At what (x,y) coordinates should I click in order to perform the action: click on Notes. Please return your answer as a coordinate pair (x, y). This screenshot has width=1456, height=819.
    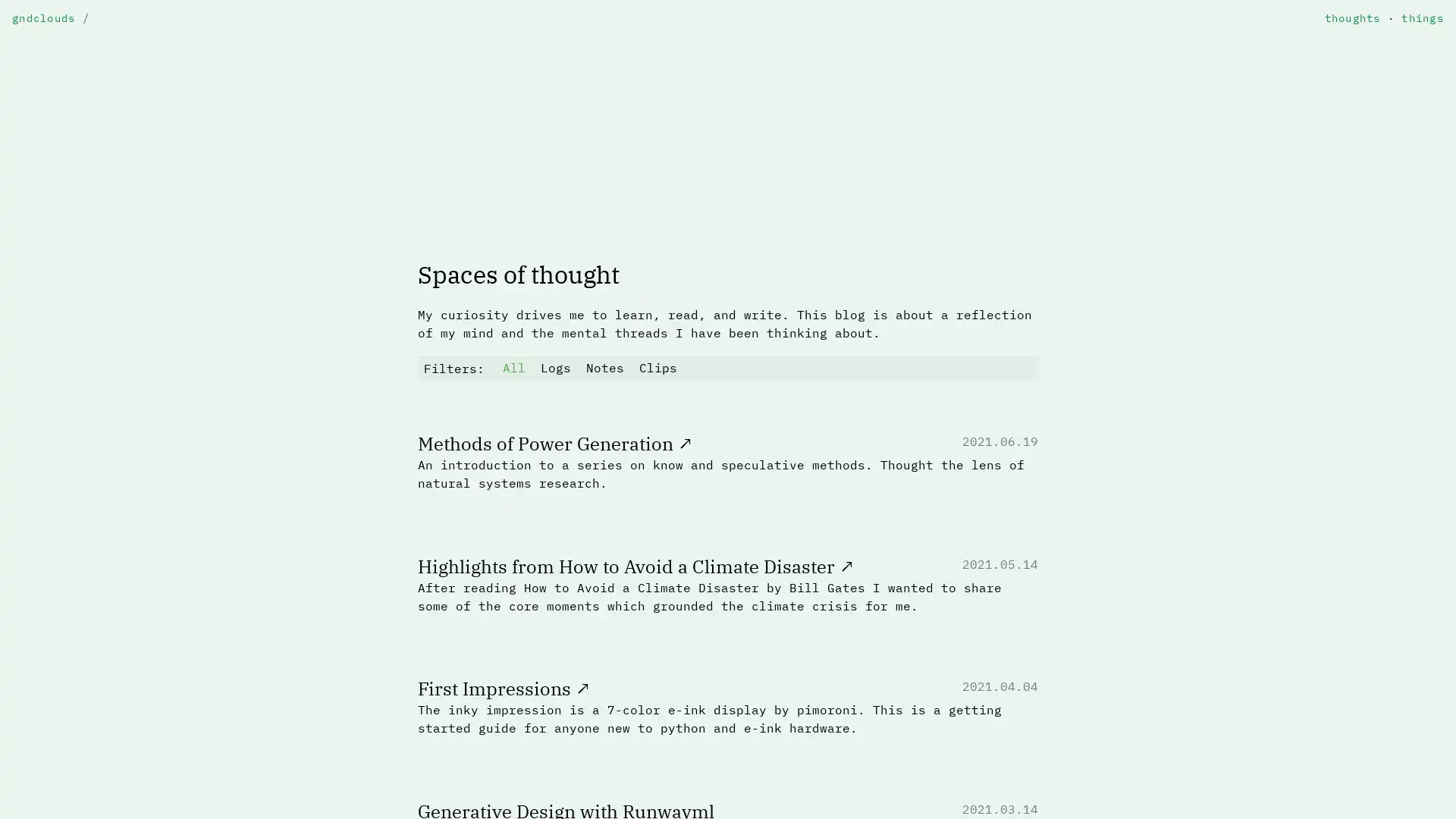
    Looking at the image, I should click on (604, 368).